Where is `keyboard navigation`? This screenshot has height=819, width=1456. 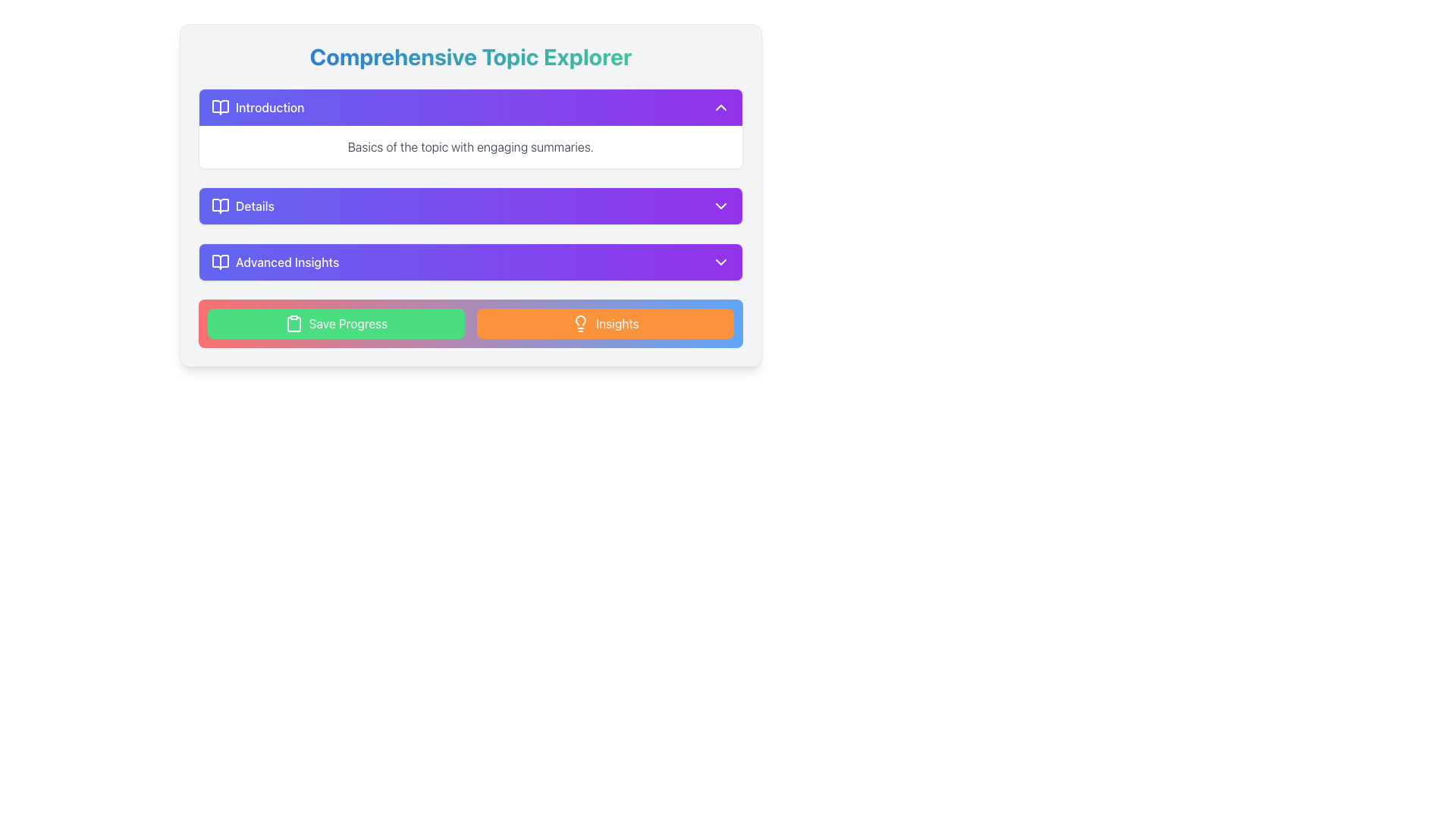
keyboard navigation is located at coordinates (720, 107).